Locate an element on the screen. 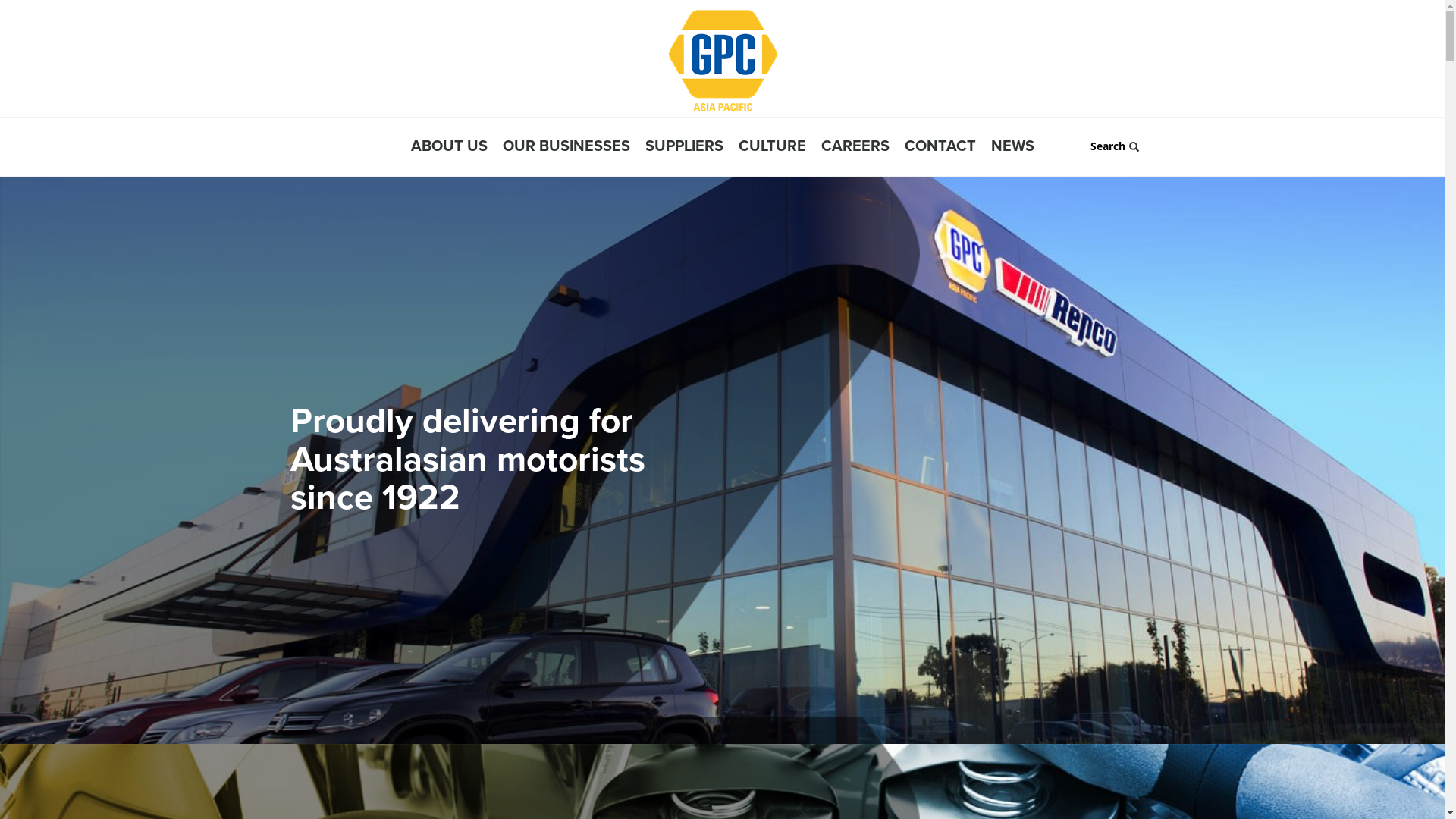  'SUPPLIERS' is located at coordinates (690, 148).